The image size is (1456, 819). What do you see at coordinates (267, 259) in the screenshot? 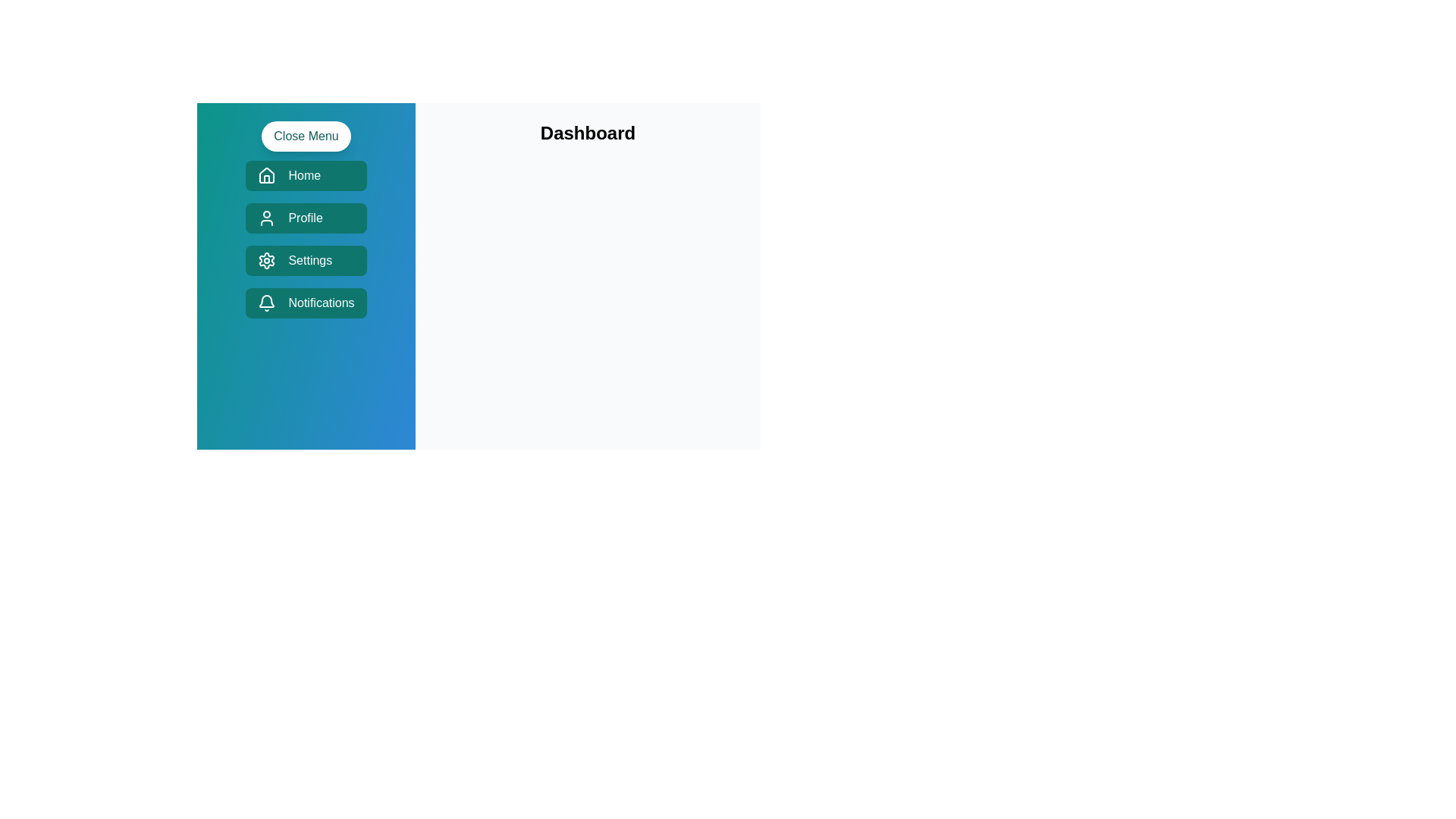
I see `the settings gear icon, which is a minimalistic green cogwheel located in the vertical menu between the Profile and Notifications buttons` at bounding box center [267, 259].